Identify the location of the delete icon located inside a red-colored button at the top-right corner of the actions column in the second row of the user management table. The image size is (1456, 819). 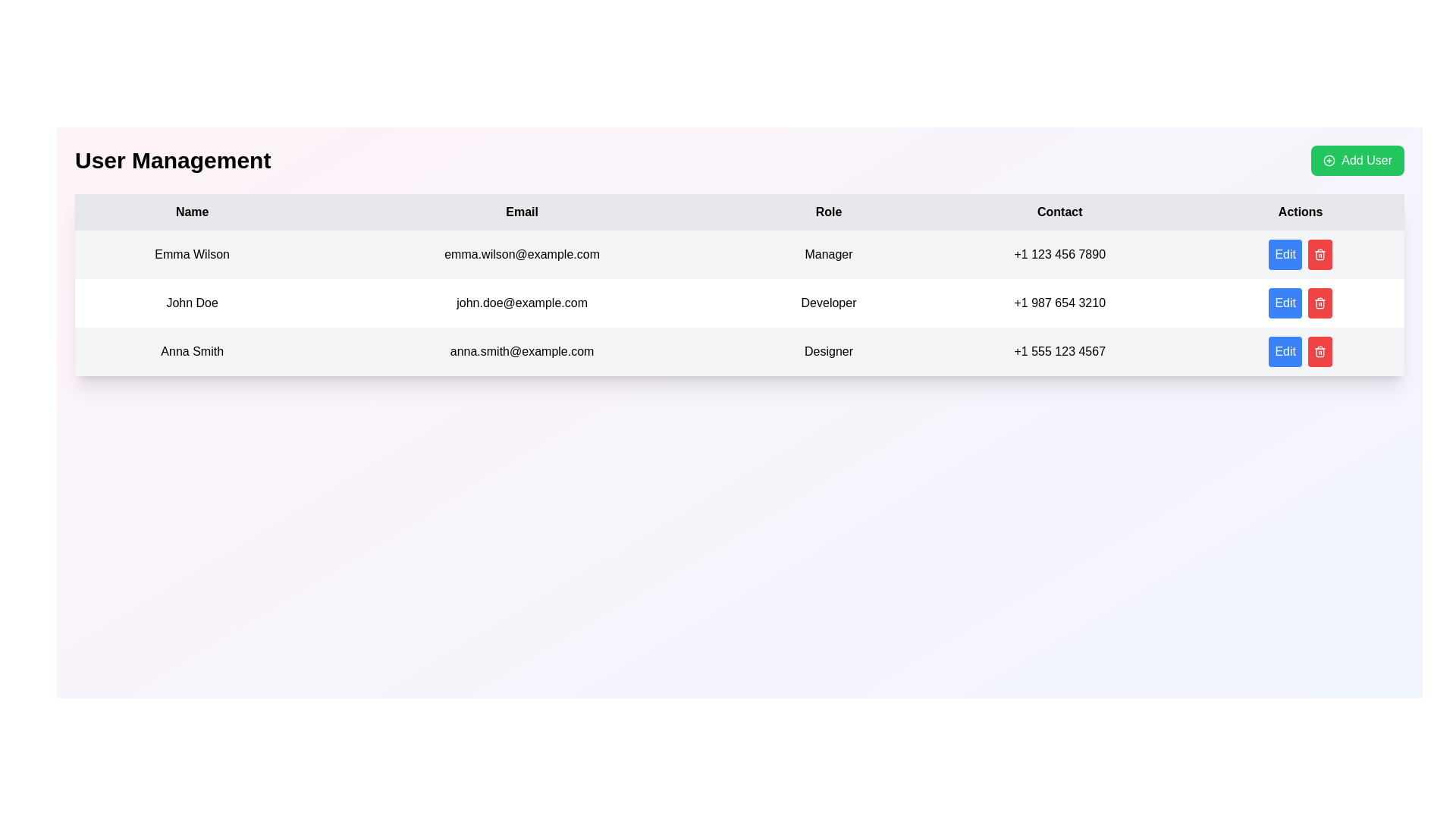
(1319, 253).